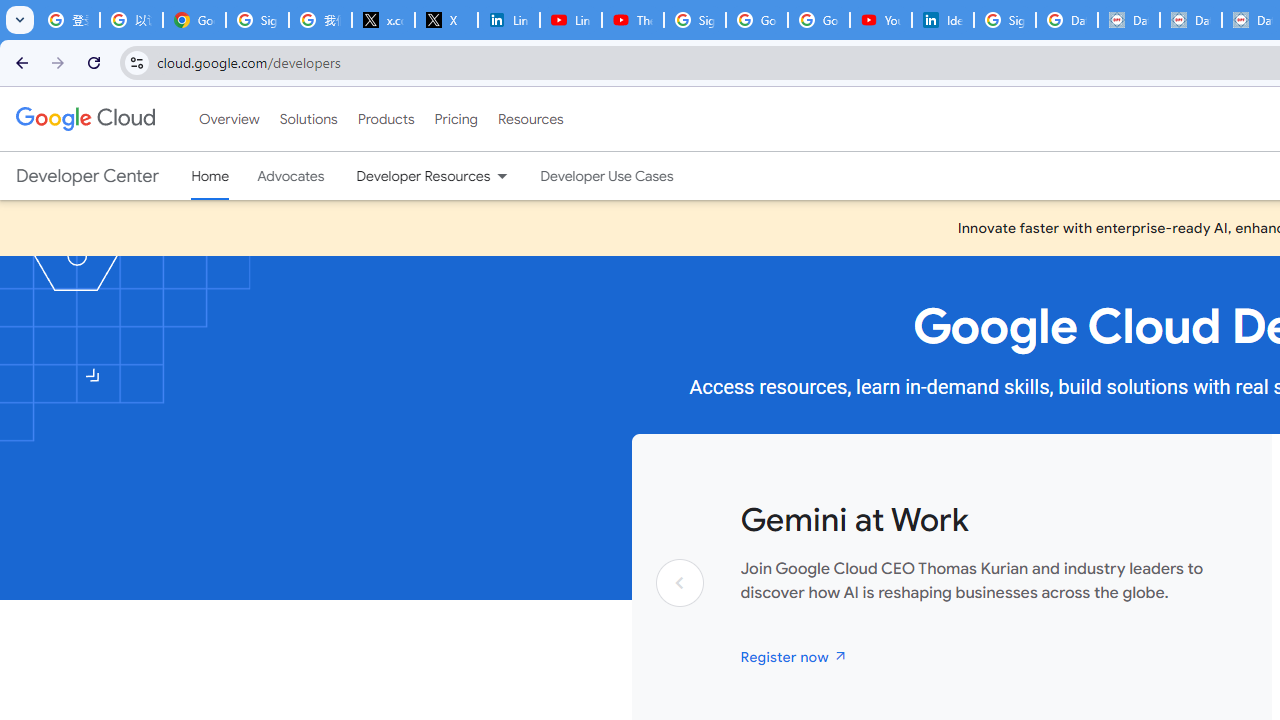  What do you see at coordinates (1128, 20) in the screenshot?
I see `'Data Privacy Framework'` at bounding box center [1128, 20].